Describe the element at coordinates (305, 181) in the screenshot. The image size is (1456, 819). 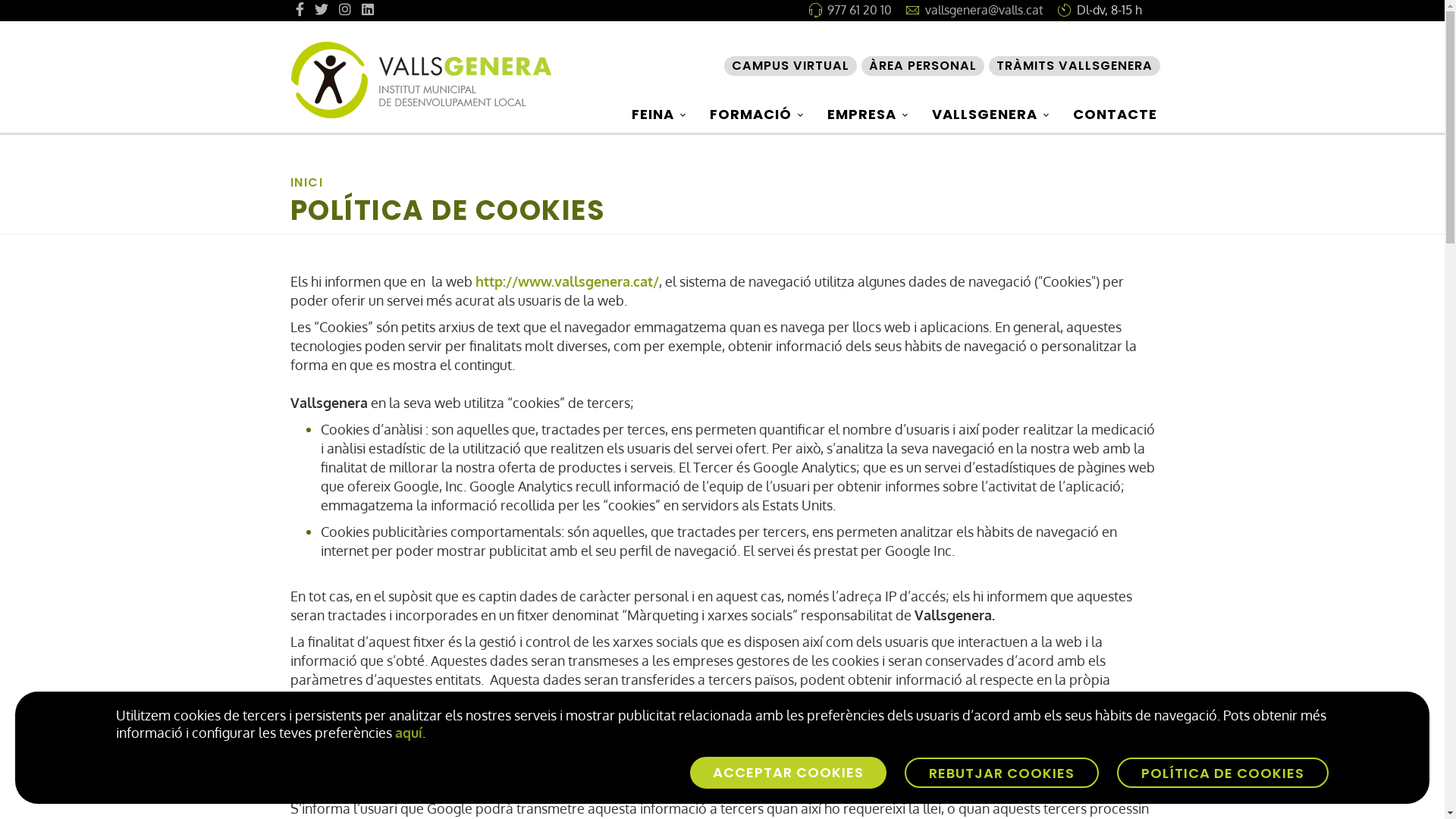
I see `'INICI'` at that location.